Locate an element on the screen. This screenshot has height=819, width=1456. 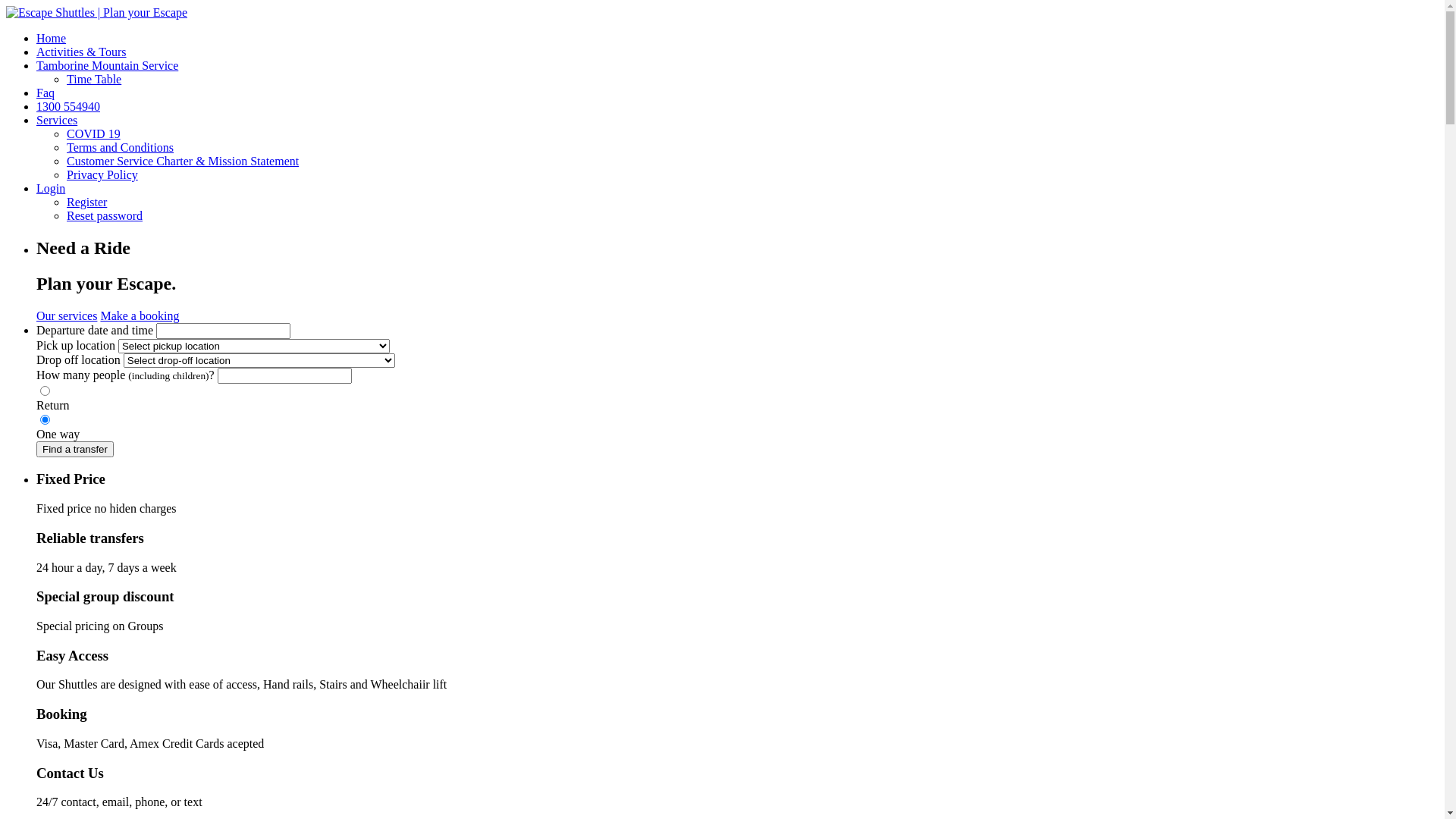
'Make a booking' is located at coordinates (139, 315).